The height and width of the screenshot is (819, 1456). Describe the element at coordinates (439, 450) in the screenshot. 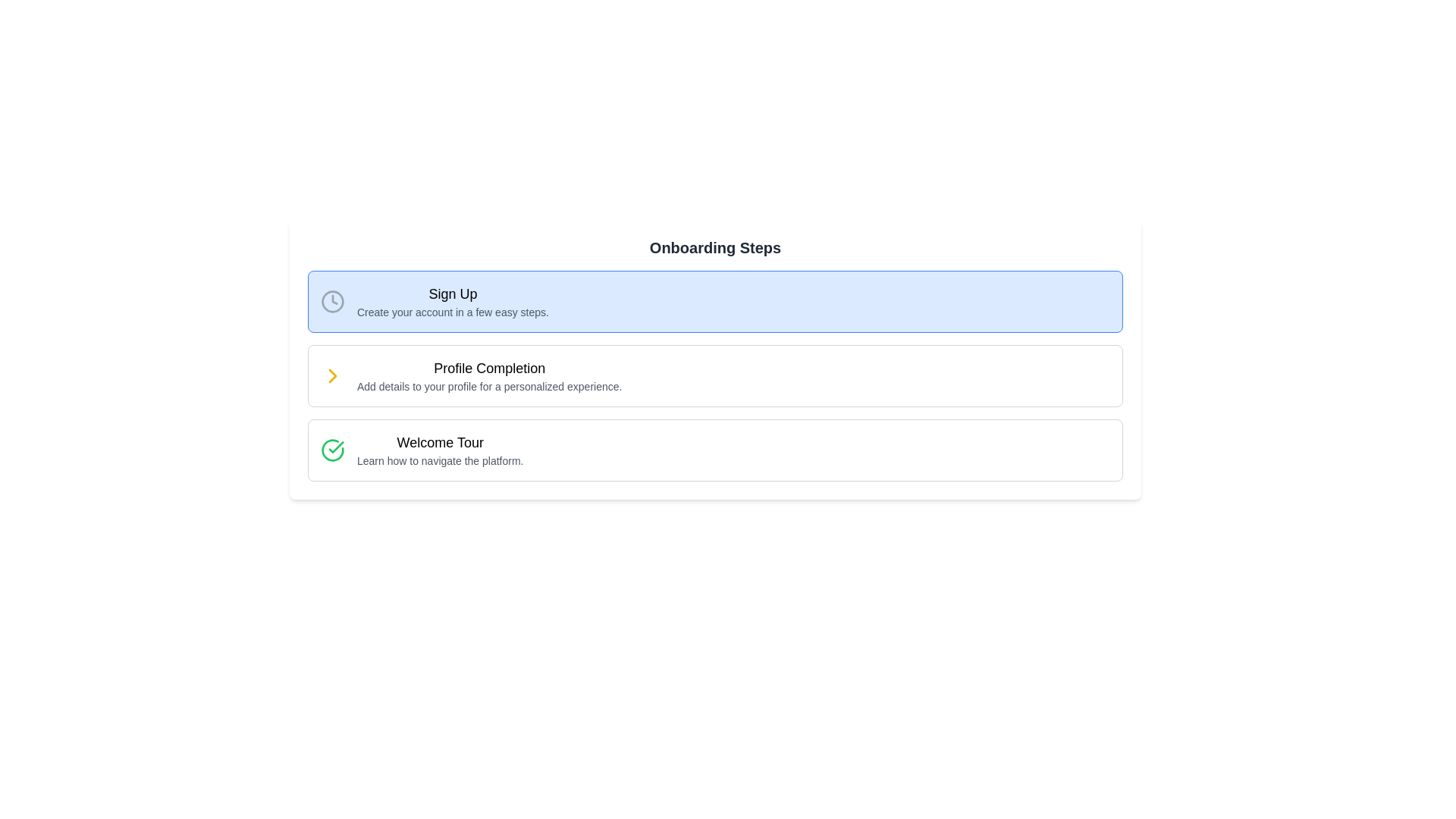

I see `the text block that displays 'Welcome Tour' and 'Learn how to navigate the platform.', which is the third item in the vertical list under 'Onboarding Steps'` at that location.